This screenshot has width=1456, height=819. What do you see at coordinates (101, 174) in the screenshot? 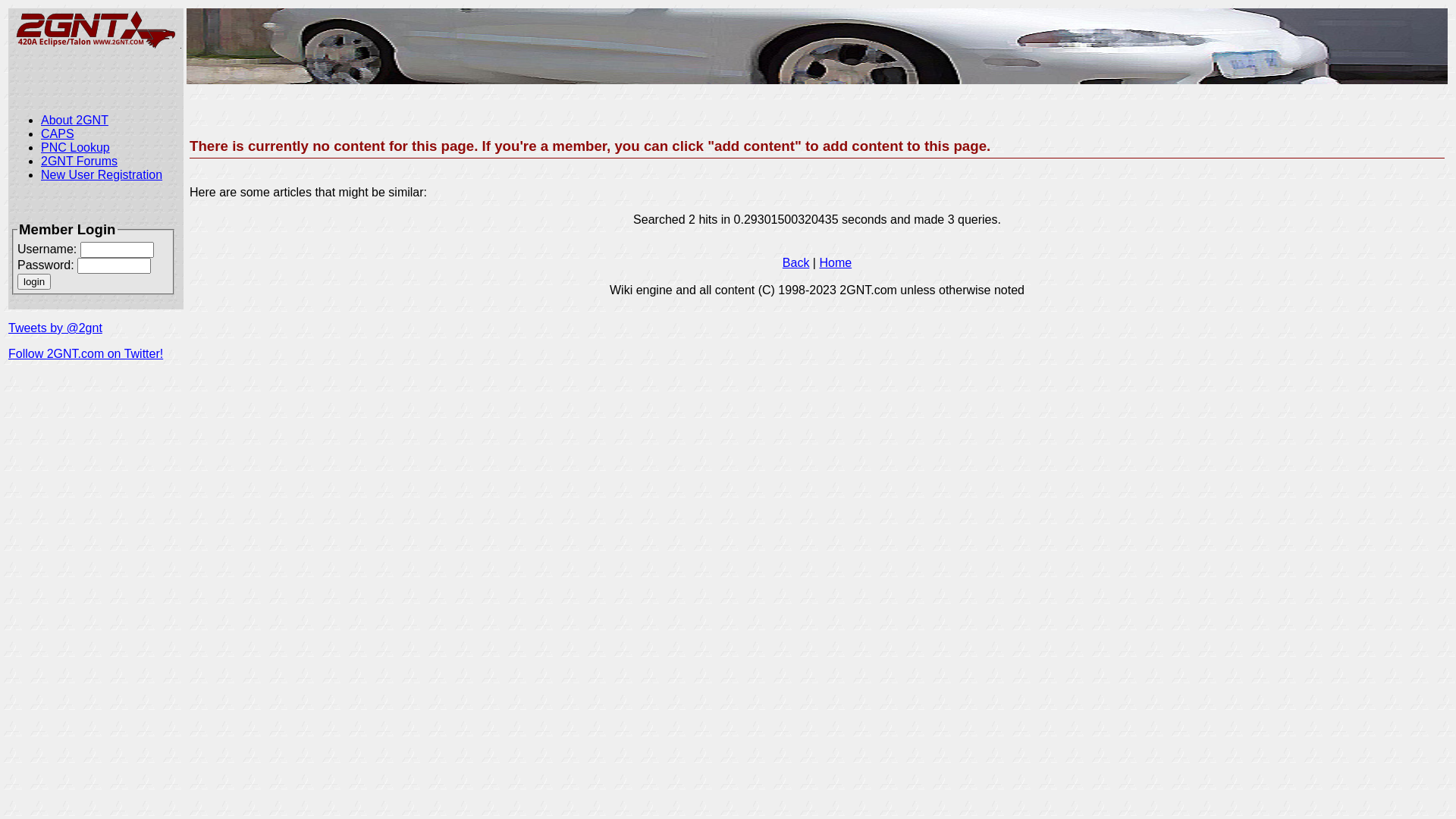
I see `'New User Registration'` at bounding box center [101, 174].